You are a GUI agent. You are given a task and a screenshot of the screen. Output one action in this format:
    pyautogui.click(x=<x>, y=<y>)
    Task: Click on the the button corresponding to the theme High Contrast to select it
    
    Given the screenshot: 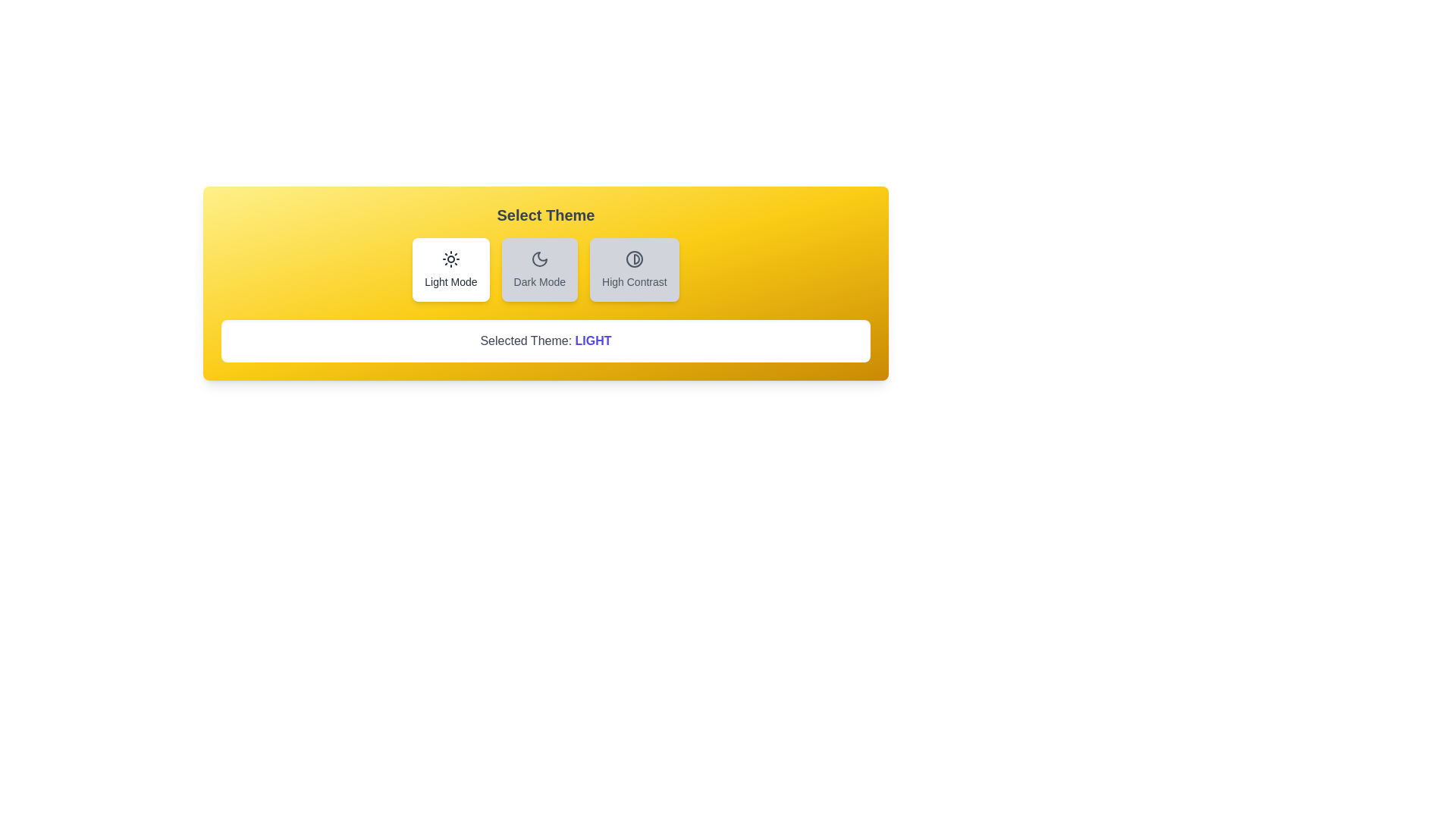 What is the action you would take?
    pyautogui.click(x=634, y=268)
    